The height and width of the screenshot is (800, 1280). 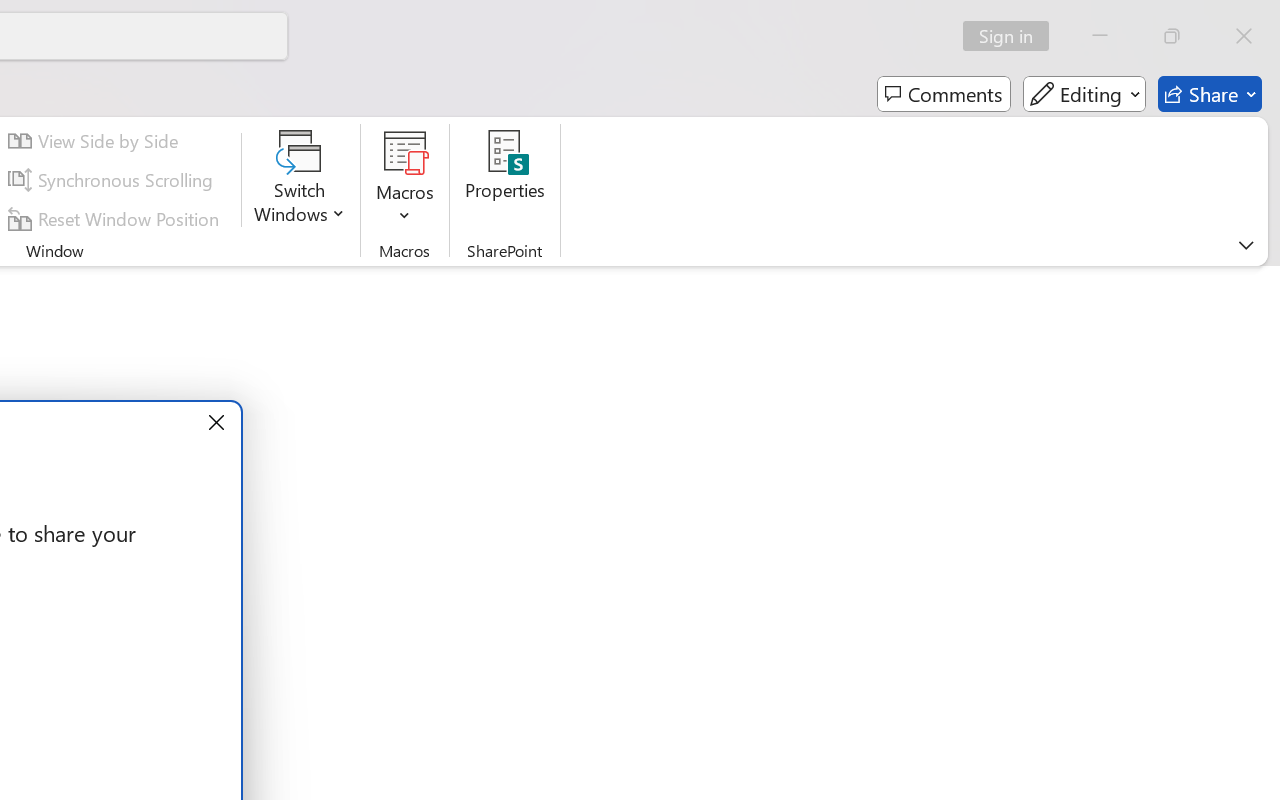 What do you see at coordinates (113, 179) in the screenshot?
I see `'Synchronous Scrolling'` at bounding box center [113, 179].